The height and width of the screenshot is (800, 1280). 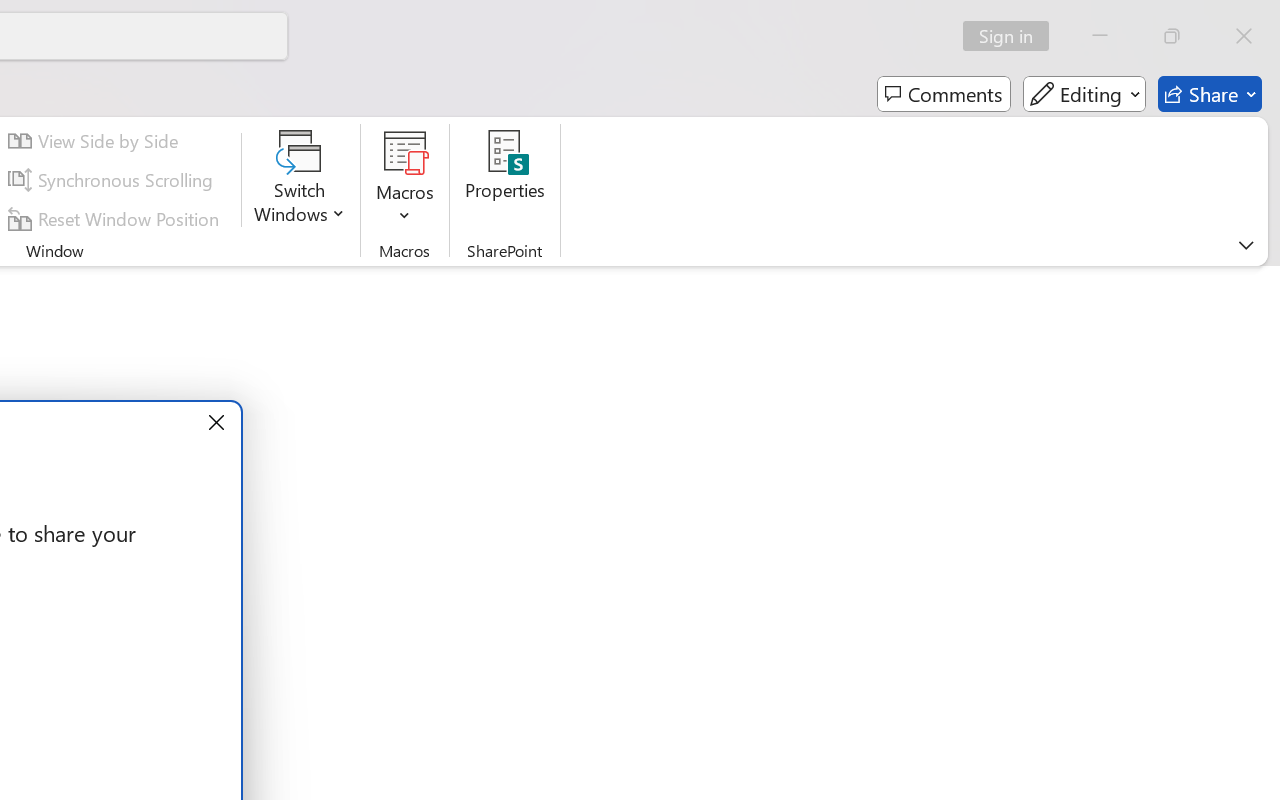 What do you see at coordinates (113, 179) in the screenshot?
I see `'Synchronous Scrolling'` at bounding box center [113, 179].